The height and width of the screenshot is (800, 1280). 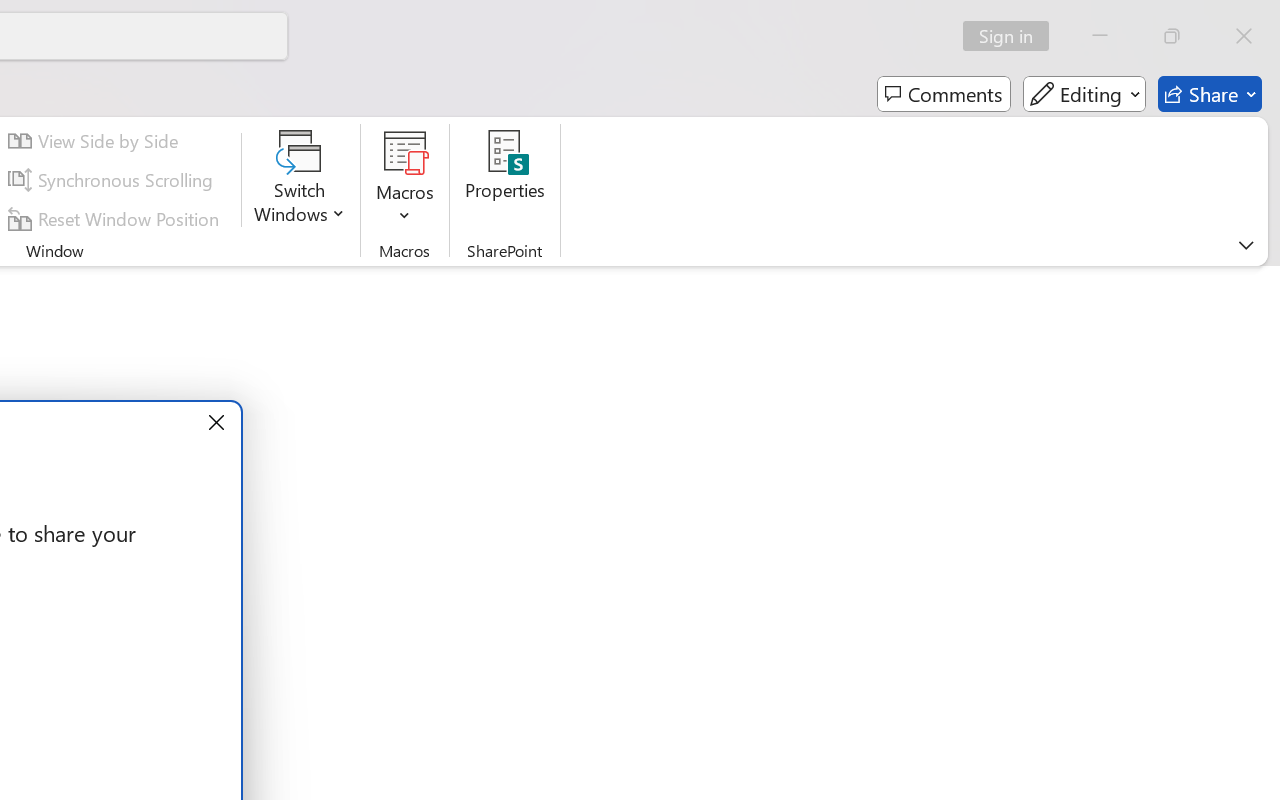 What do you see at coordinates (113, 179) in the screenshot?
I see `'Synchronous Scrolling'` at bounding box center [113, 179].